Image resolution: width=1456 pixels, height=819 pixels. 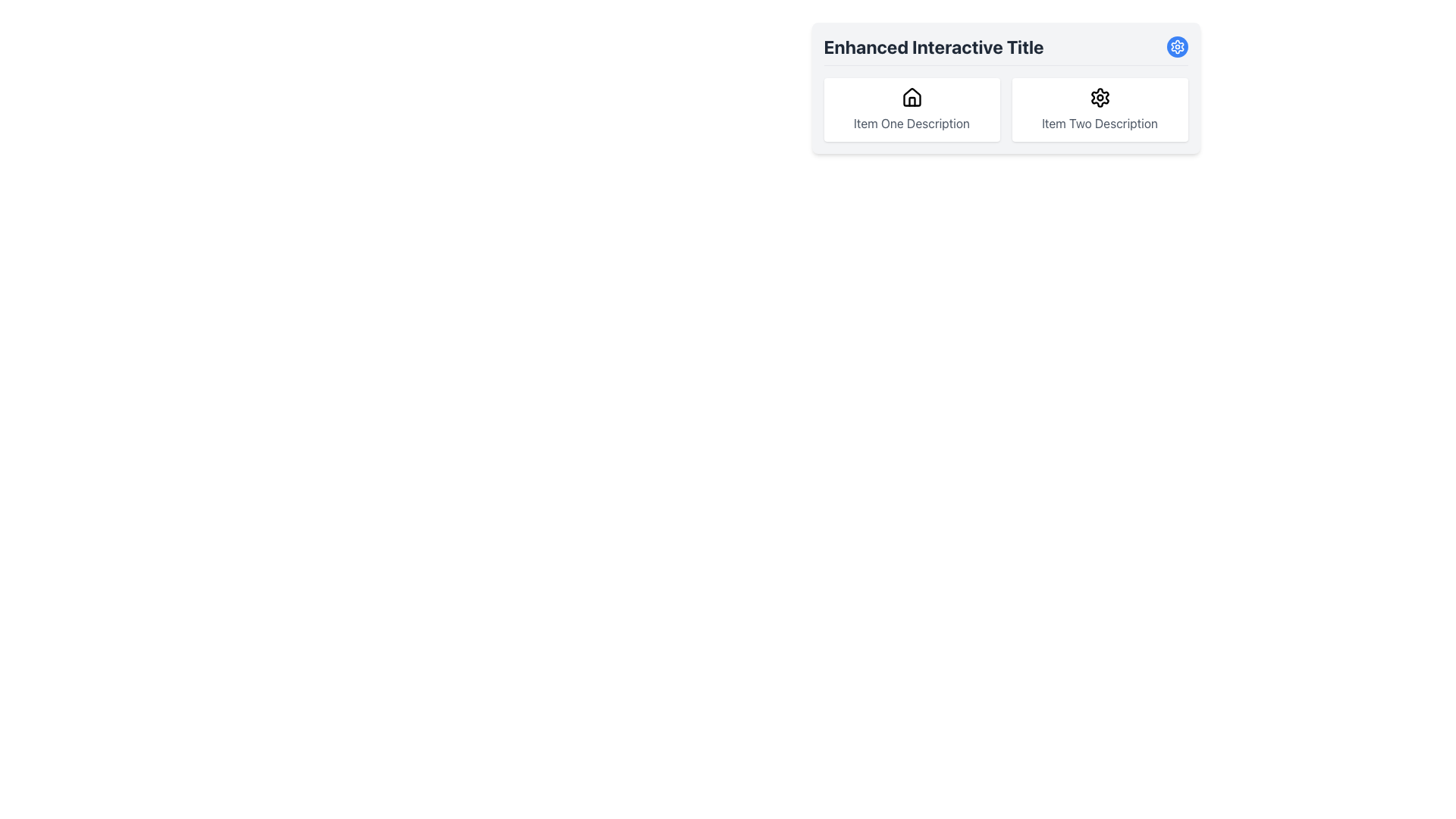 What do you see at coordinates (911, 97) in the screenshot?
I see `the house icon, which is centrally located above the 'Item One Description' text label within its interactive card` at bounding box center [911, 97].